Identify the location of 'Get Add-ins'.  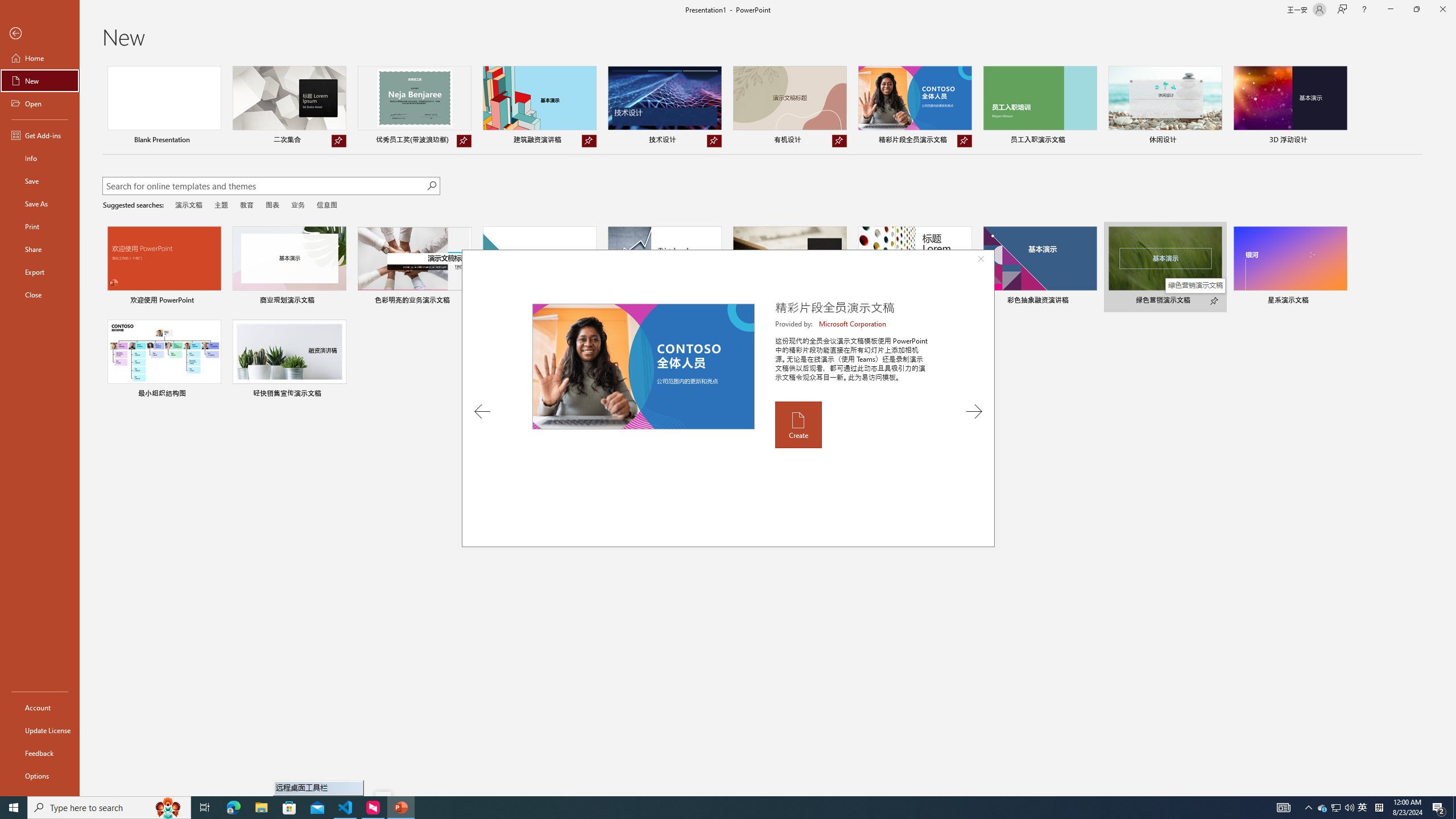
(39, 135).